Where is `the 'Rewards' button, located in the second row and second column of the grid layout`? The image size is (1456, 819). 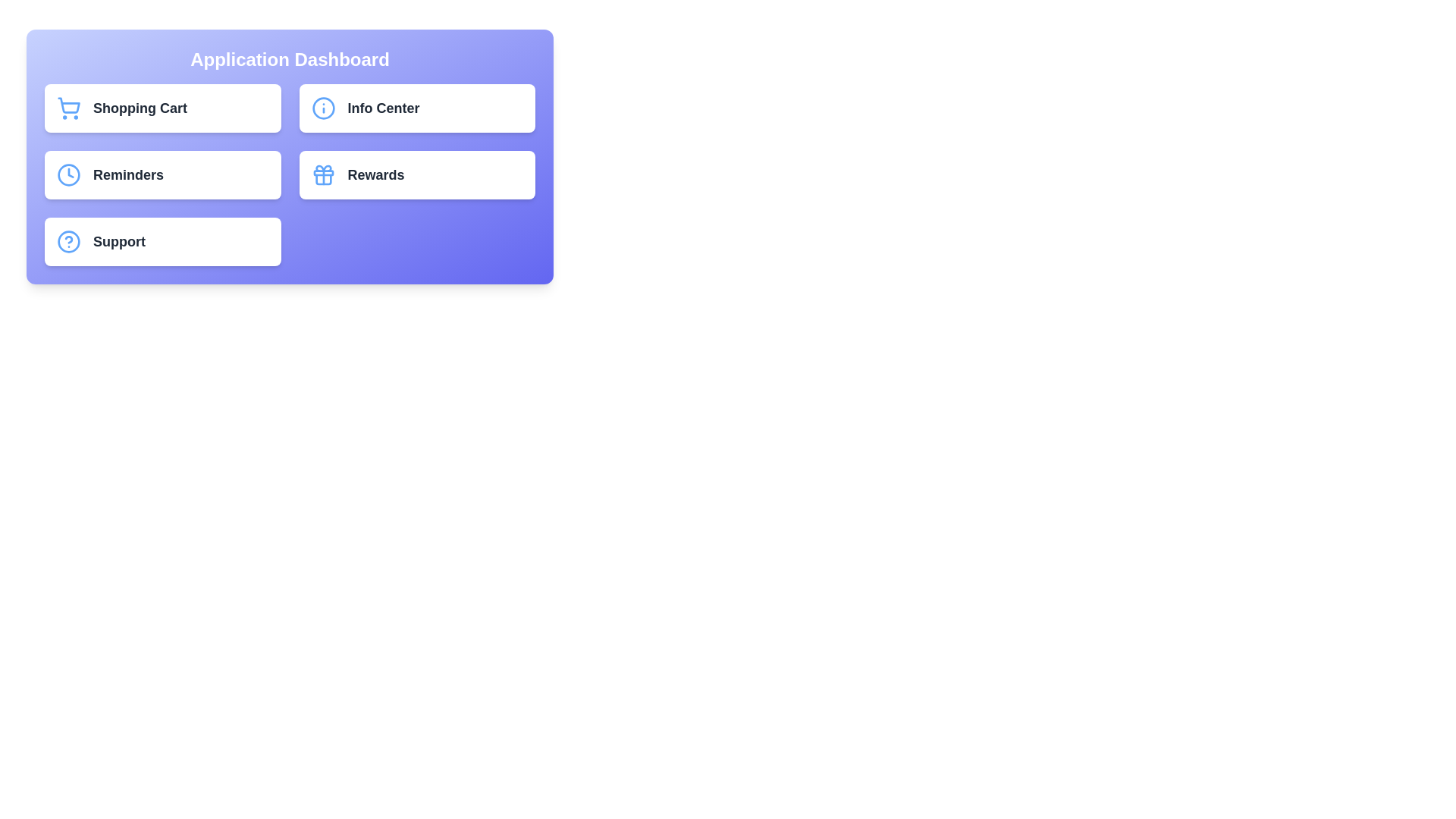 the 'Rewards' button, located in the second row and second column of the grid layout is located at coordinates (417, 174).